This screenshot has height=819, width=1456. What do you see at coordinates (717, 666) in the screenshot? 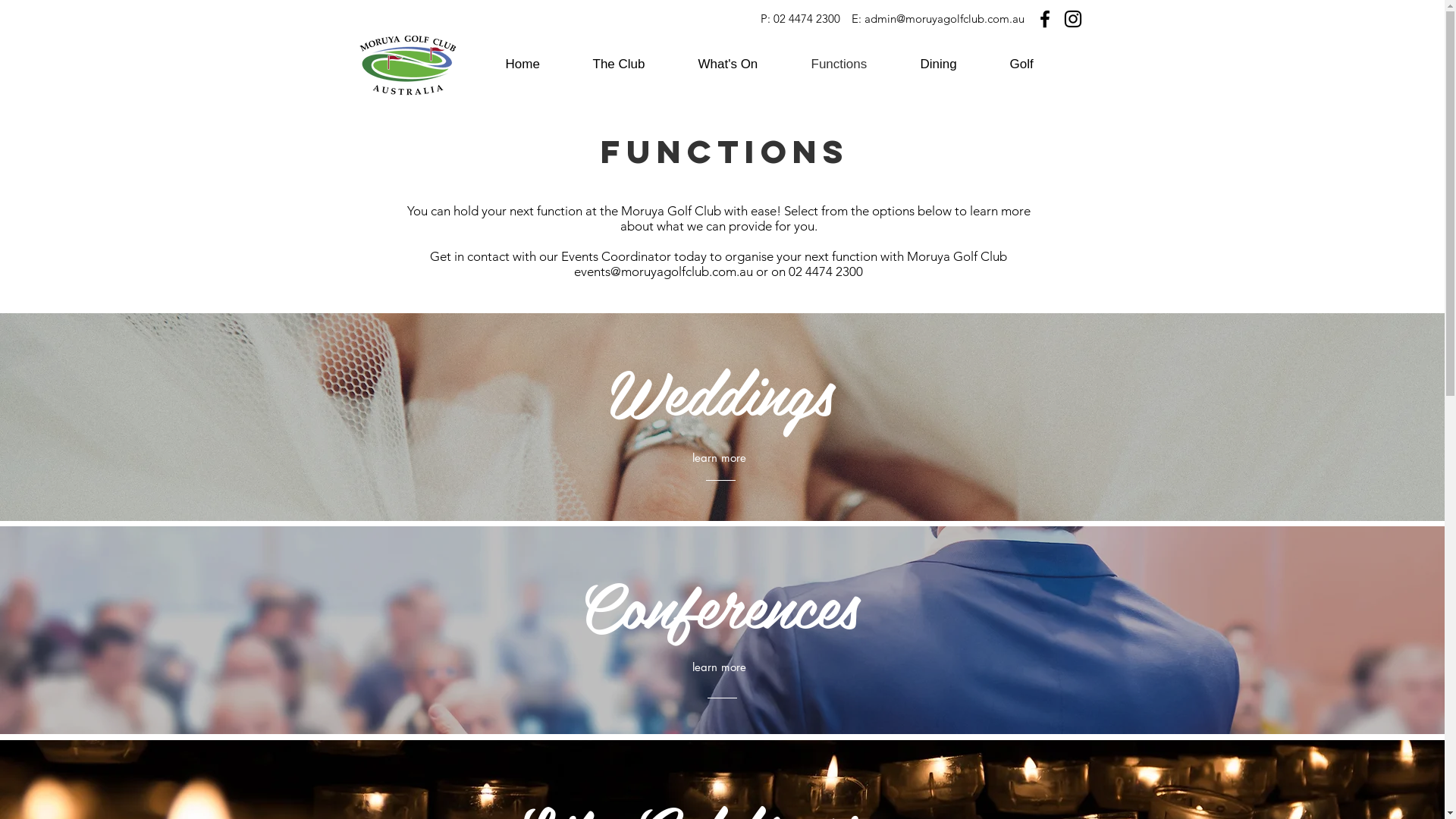
I see `'learn more'` at bounding box center [717, 666].